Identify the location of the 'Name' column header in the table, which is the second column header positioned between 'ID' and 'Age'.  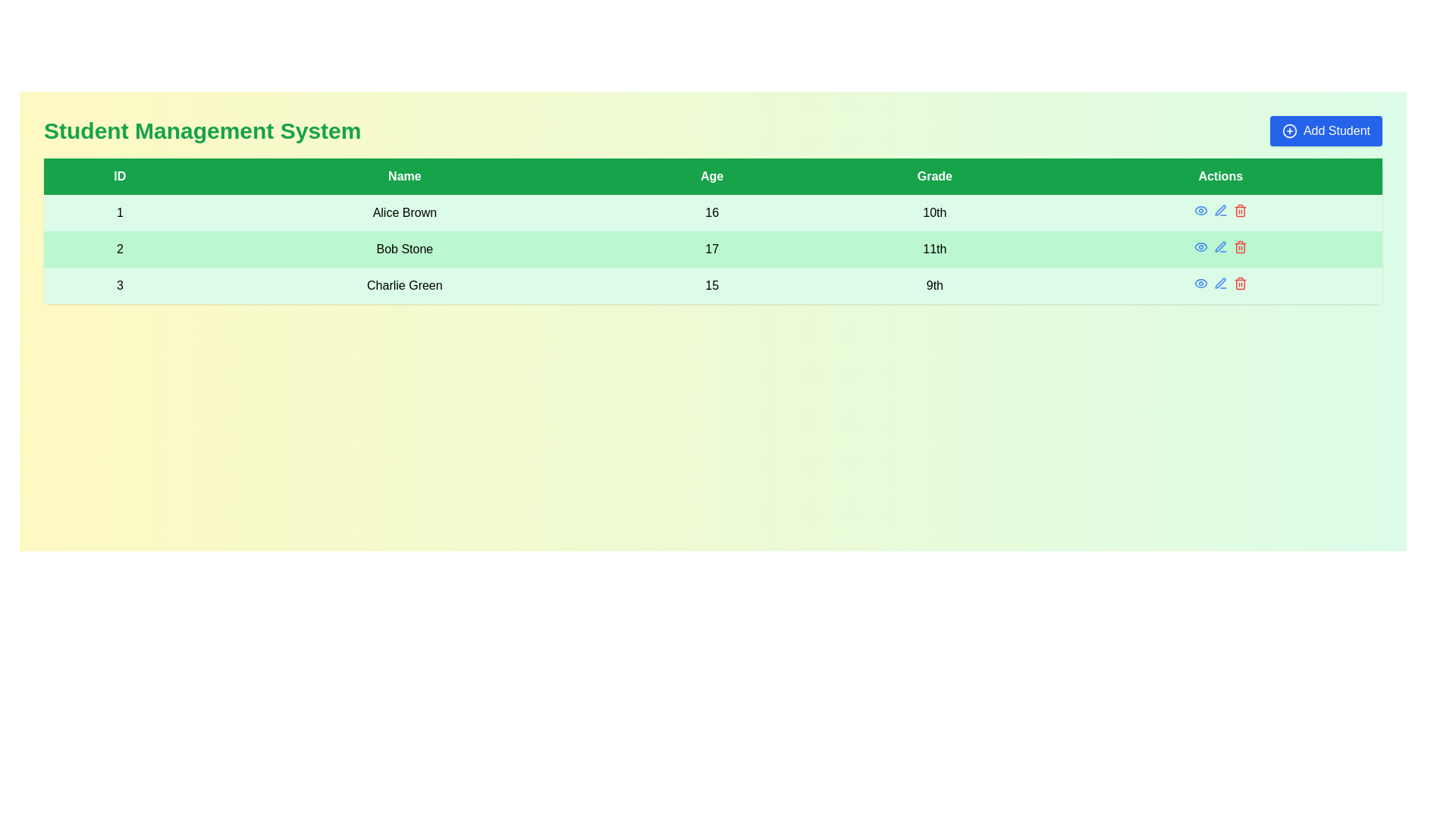
(404, 175).